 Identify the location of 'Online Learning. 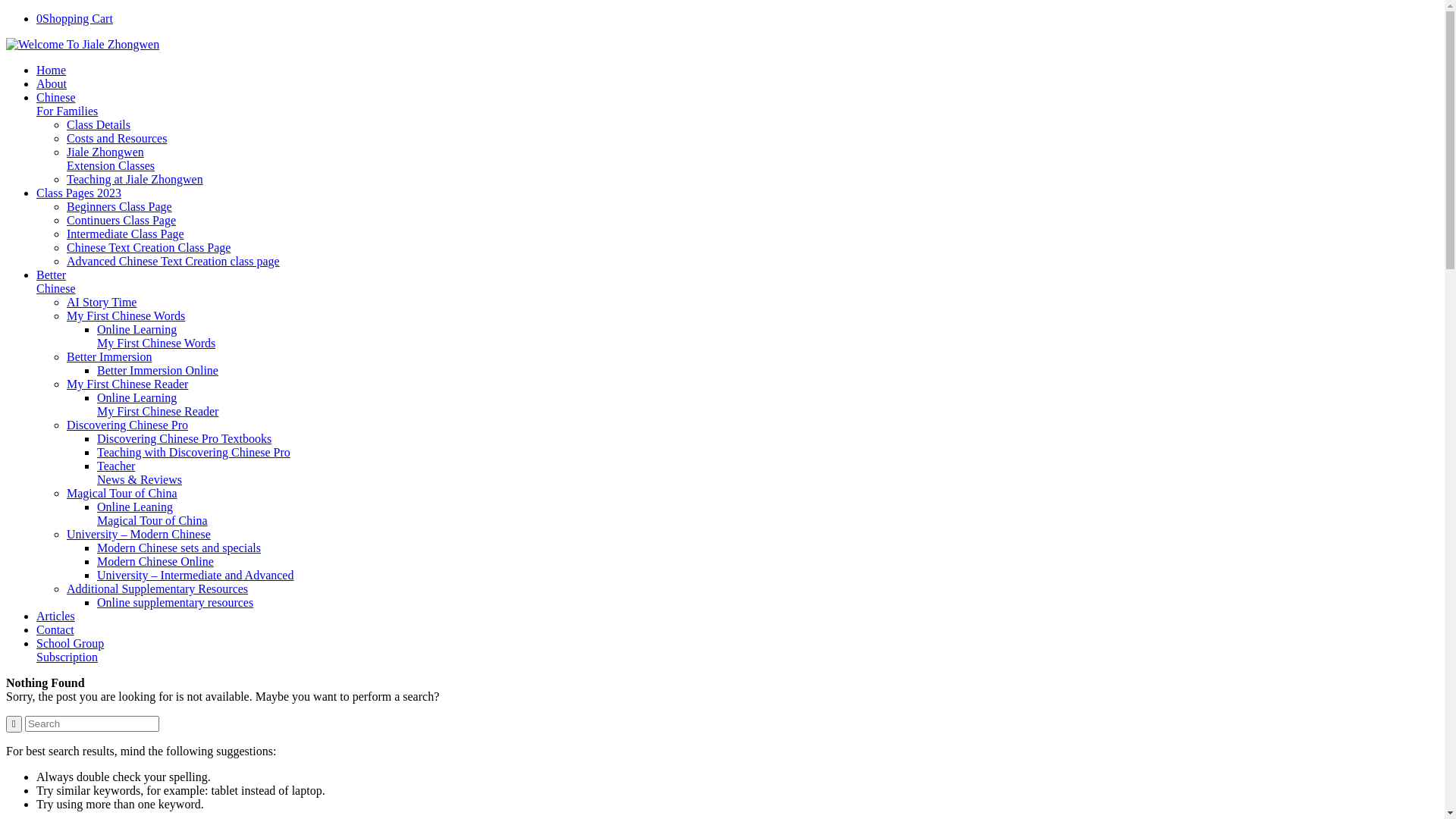
(156, 335).